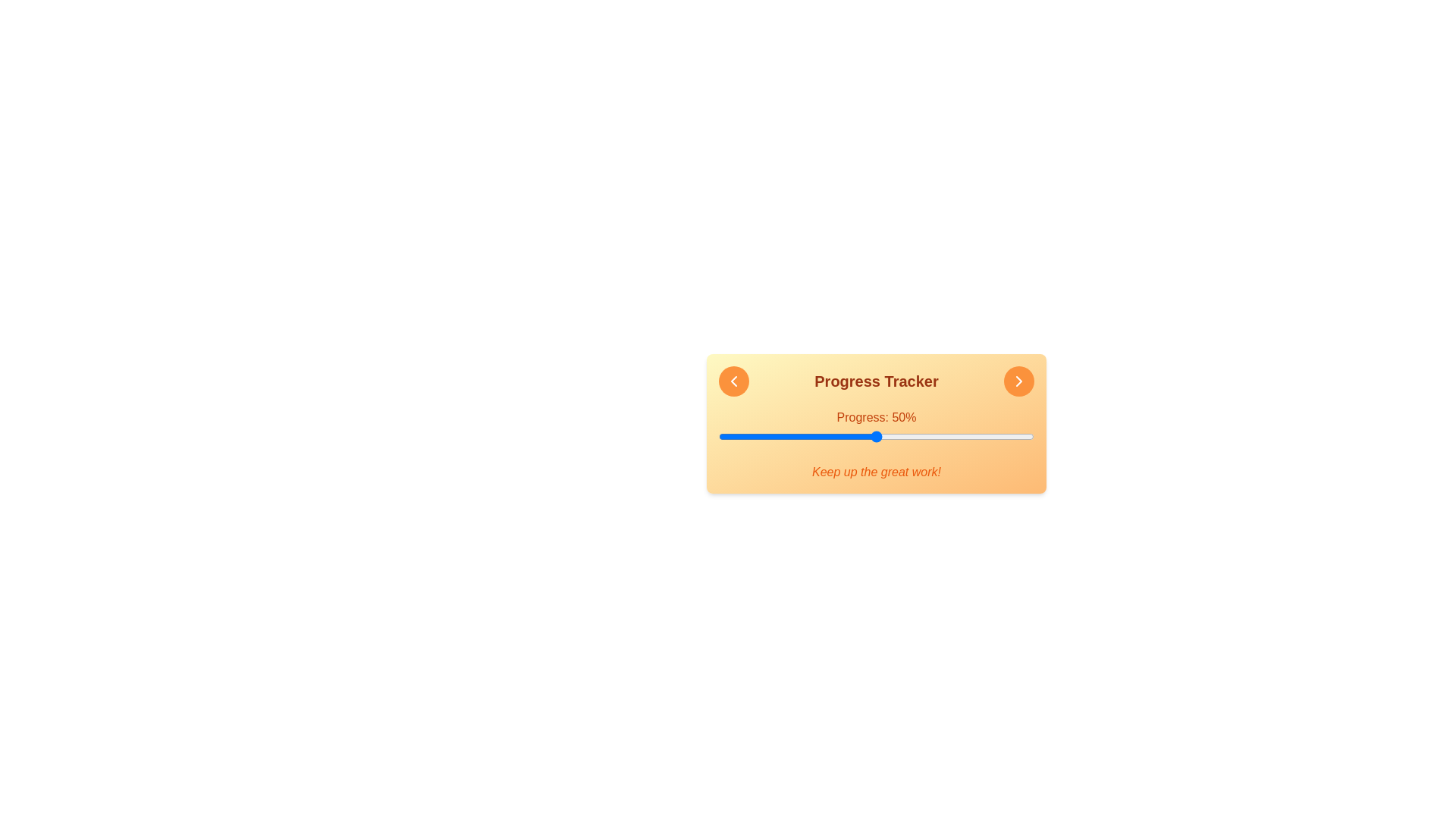  I want to click on left arrow button to decrease the progress, so click(734, 380).